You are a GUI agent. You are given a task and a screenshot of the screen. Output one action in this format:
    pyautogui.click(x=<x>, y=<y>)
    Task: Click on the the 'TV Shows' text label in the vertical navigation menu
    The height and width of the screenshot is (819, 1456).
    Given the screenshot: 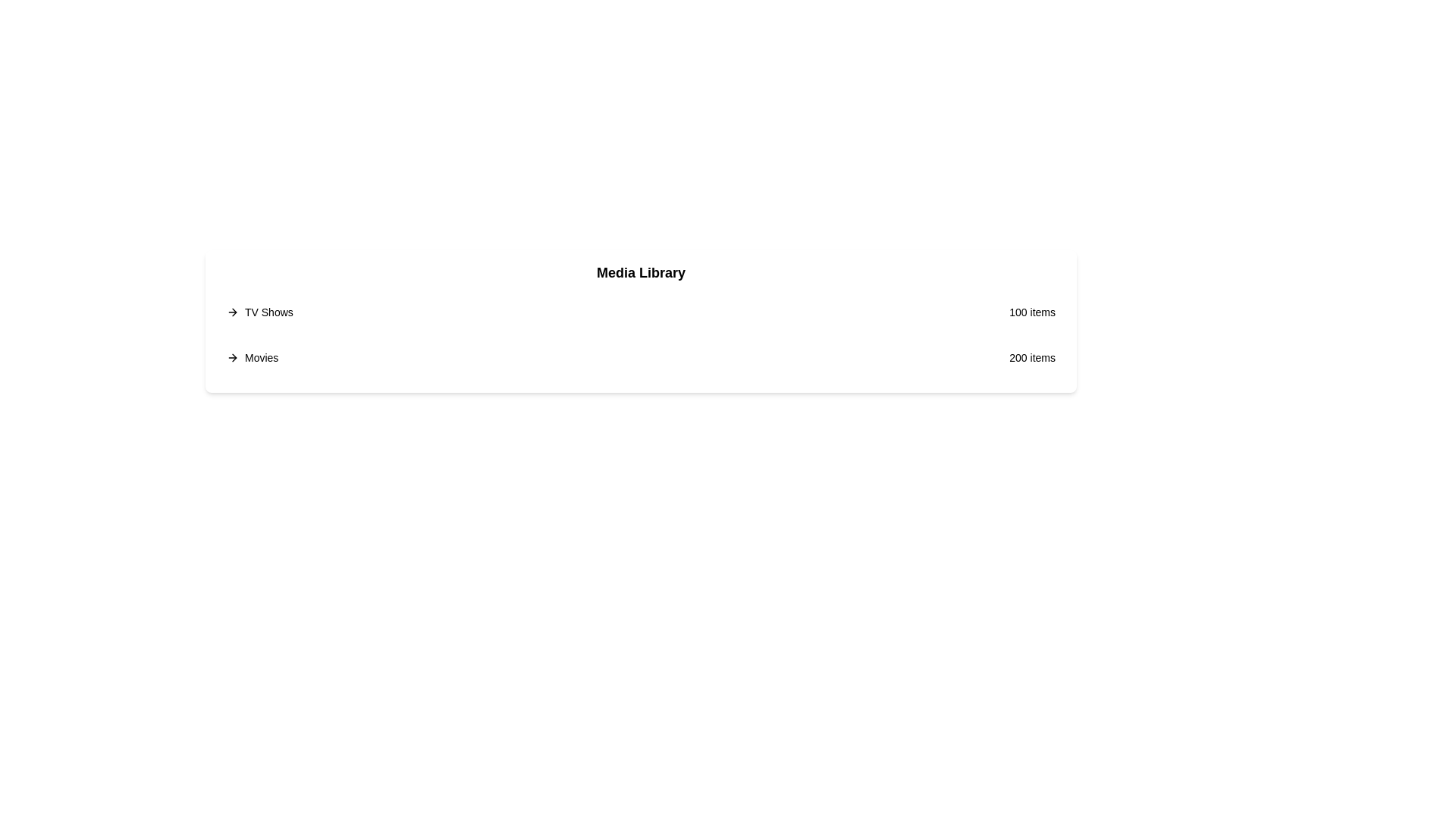 What is the action you would take?
    pyautogui.click(x=268, y=312)
    